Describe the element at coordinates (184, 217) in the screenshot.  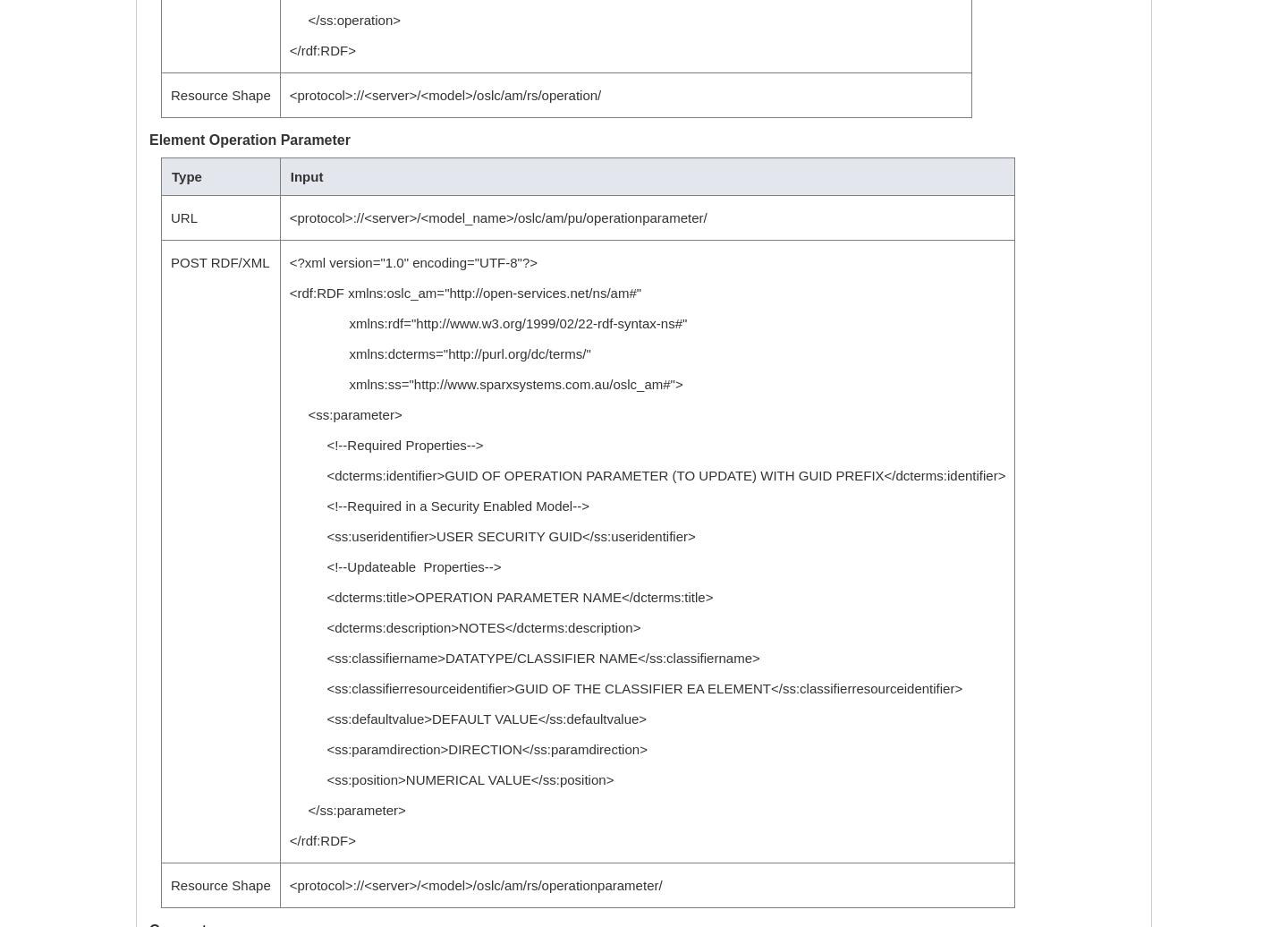
I see `'URL'` at that location.